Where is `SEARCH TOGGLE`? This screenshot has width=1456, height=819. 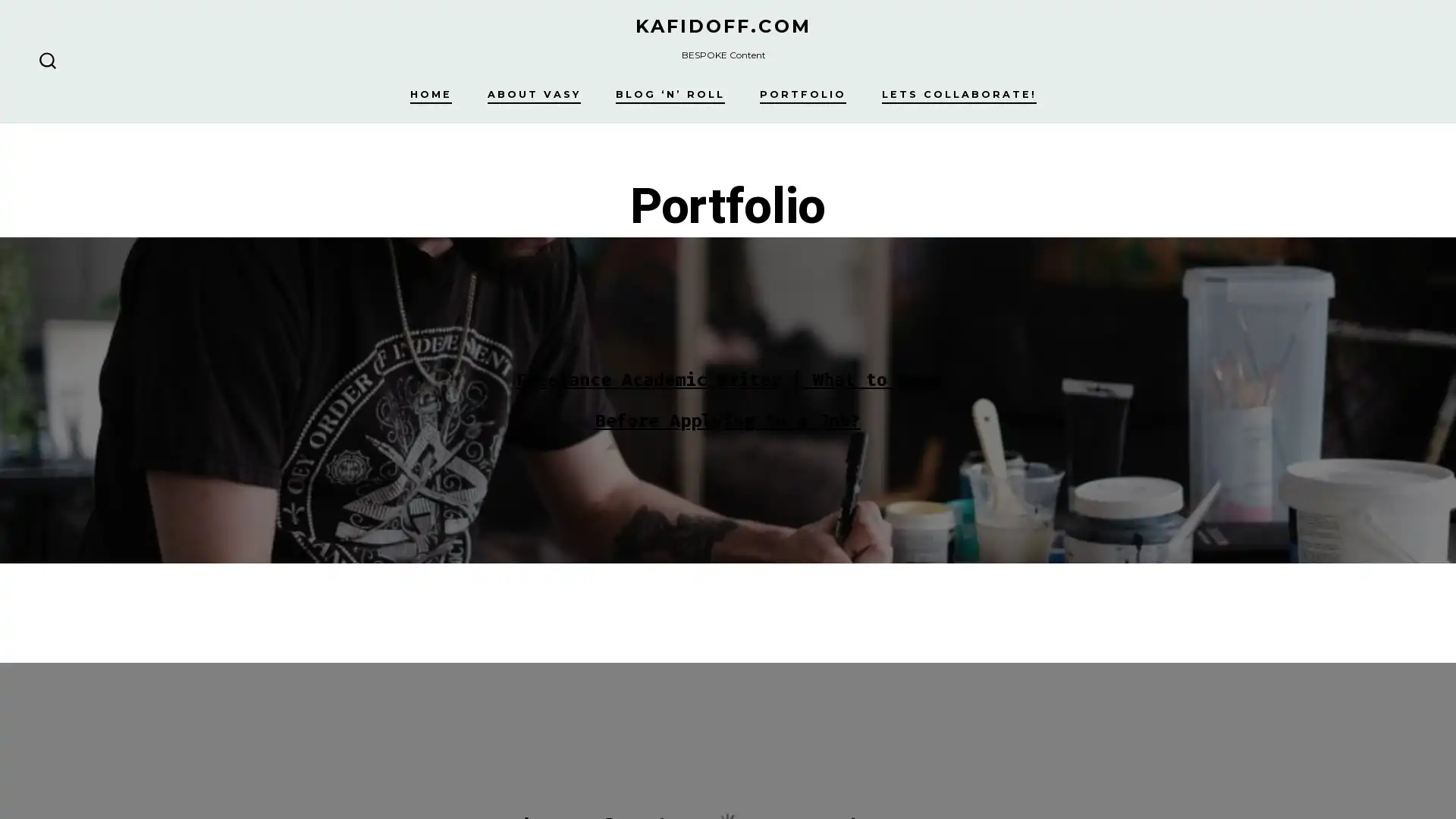
SEARCH TOGGLE is located at coordinates (47, 61).